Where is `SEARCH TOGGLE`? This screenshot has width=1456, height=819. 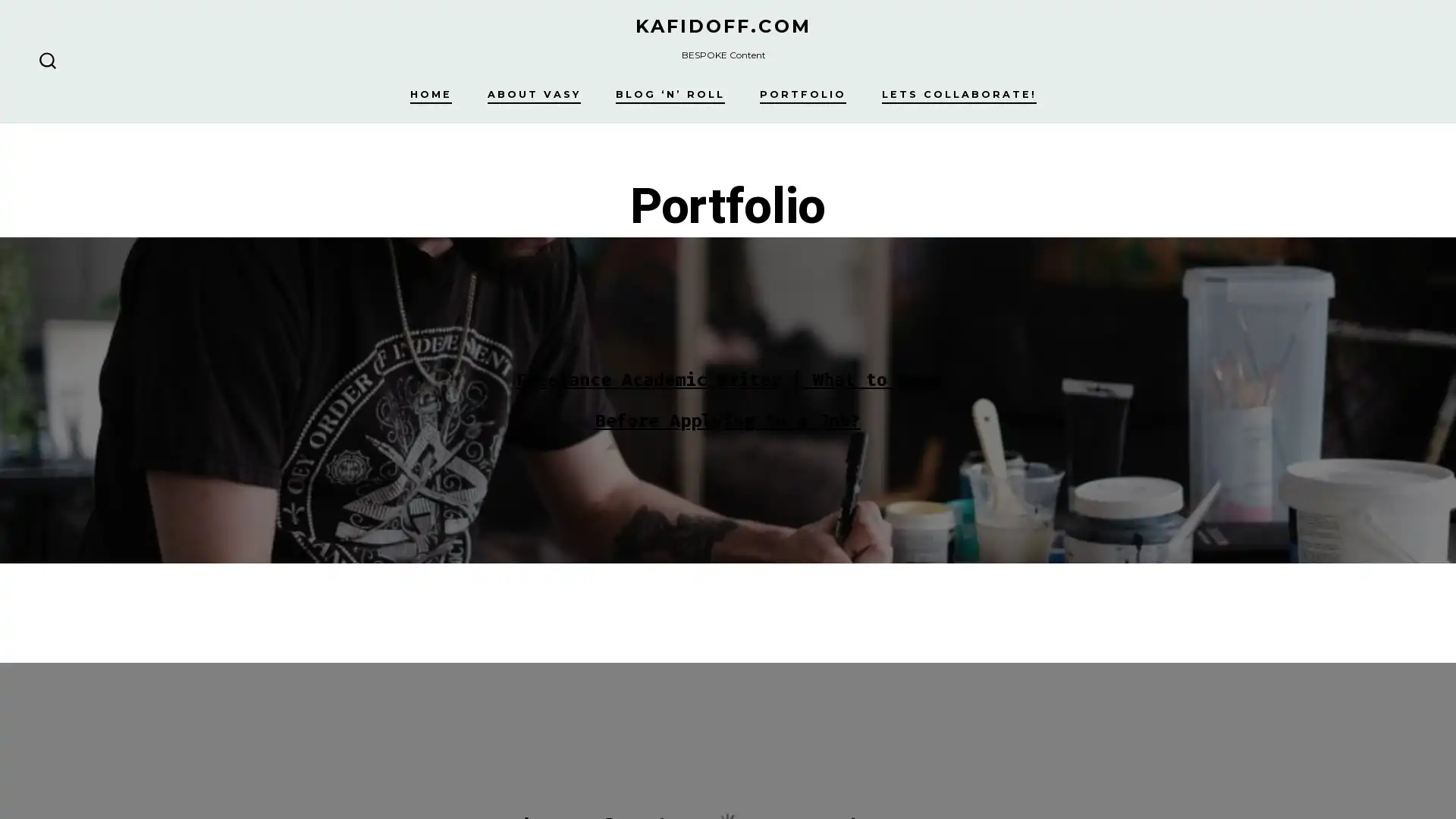
SEARCH TOGGLE is located at coordinates (47, 61).